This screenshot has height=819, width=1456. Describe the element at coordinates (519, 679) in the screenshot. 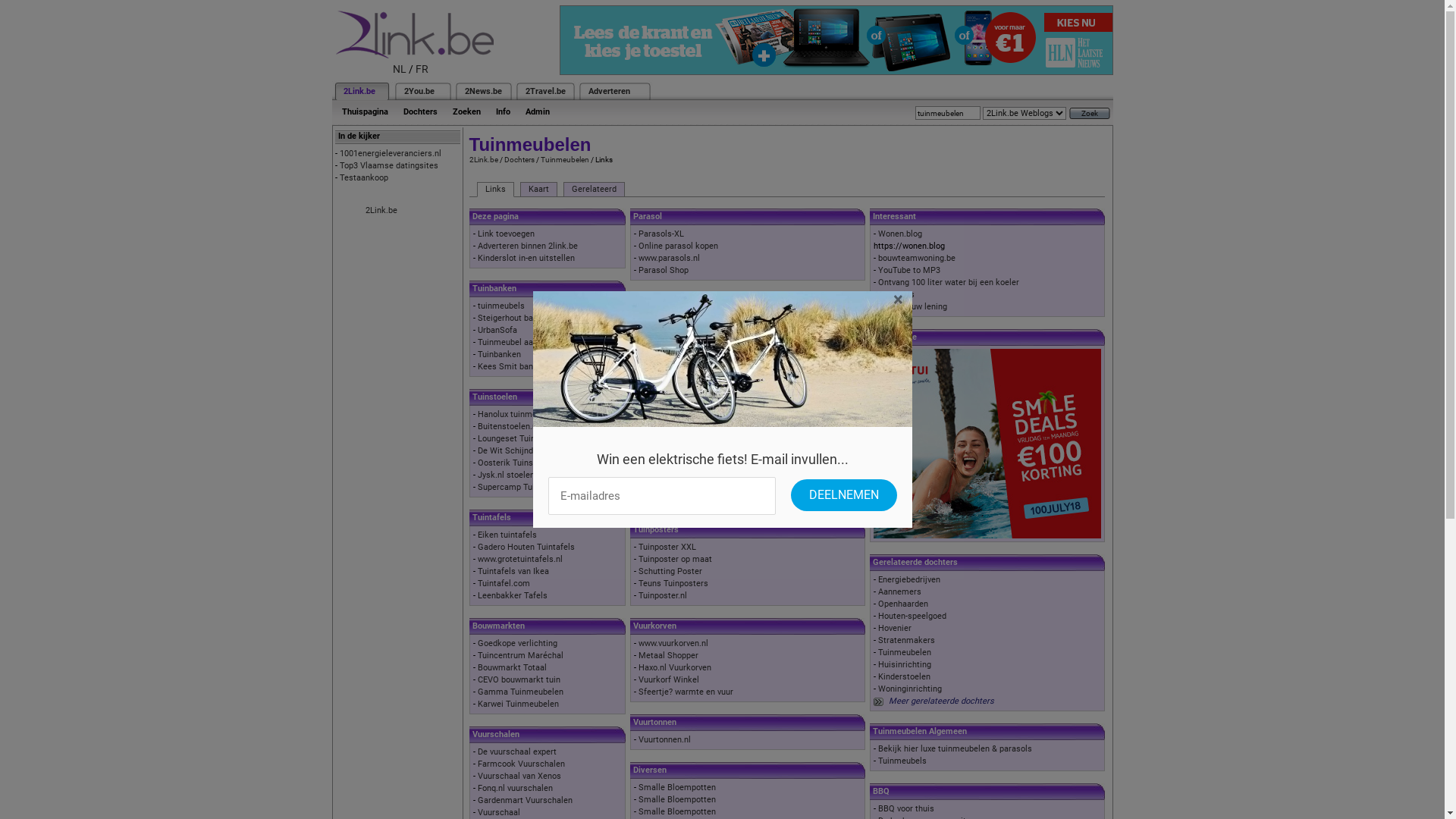

I see `'CEVO bouwmarkt tuin'` at that location.